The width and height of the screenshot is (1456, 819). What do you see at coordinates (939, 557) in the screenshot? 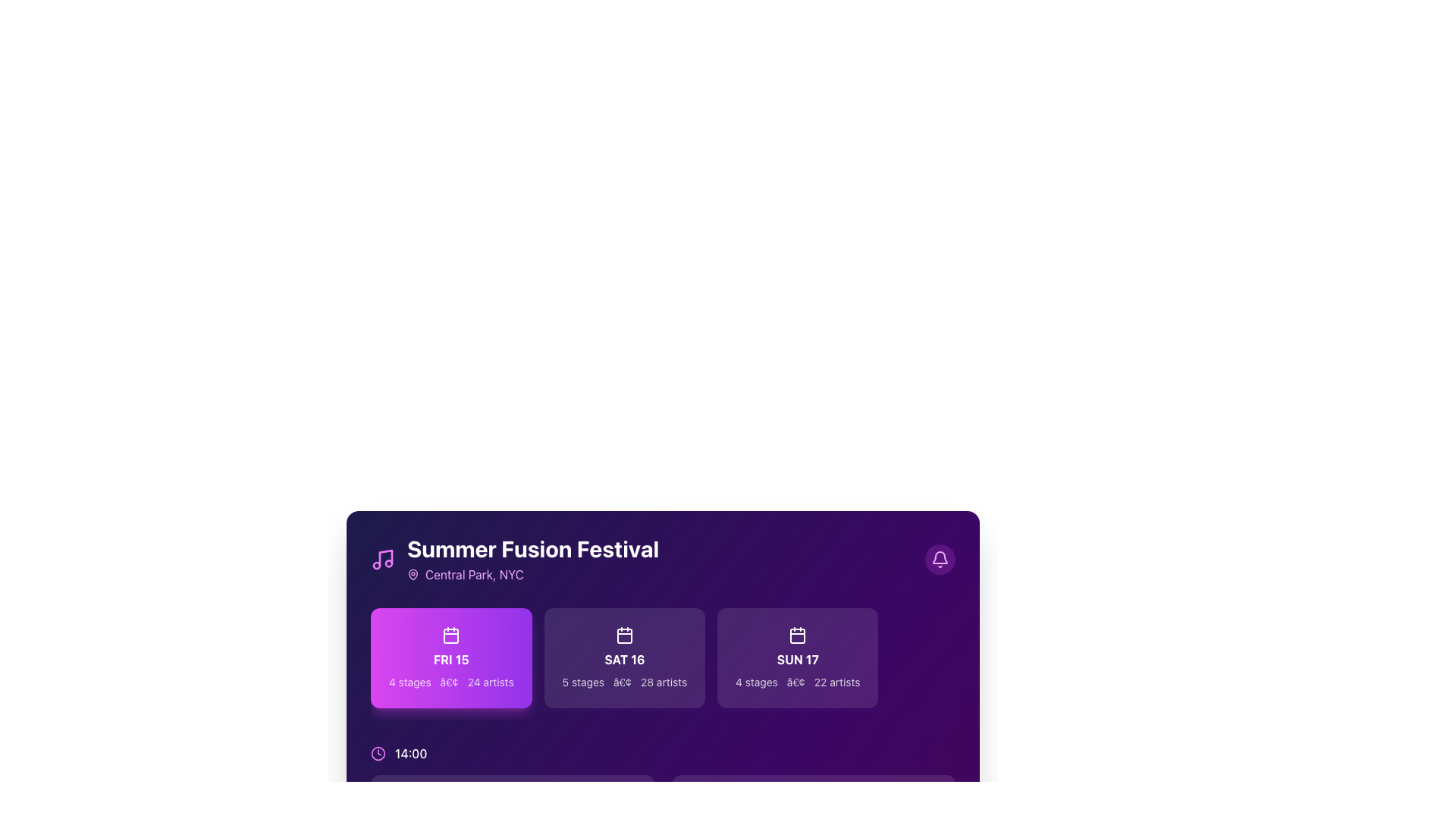
I see `the bell icon located in the top-right corner of the interface, which is styled as a vector illustration within a circular purple background` at bounding box center [939, 557].